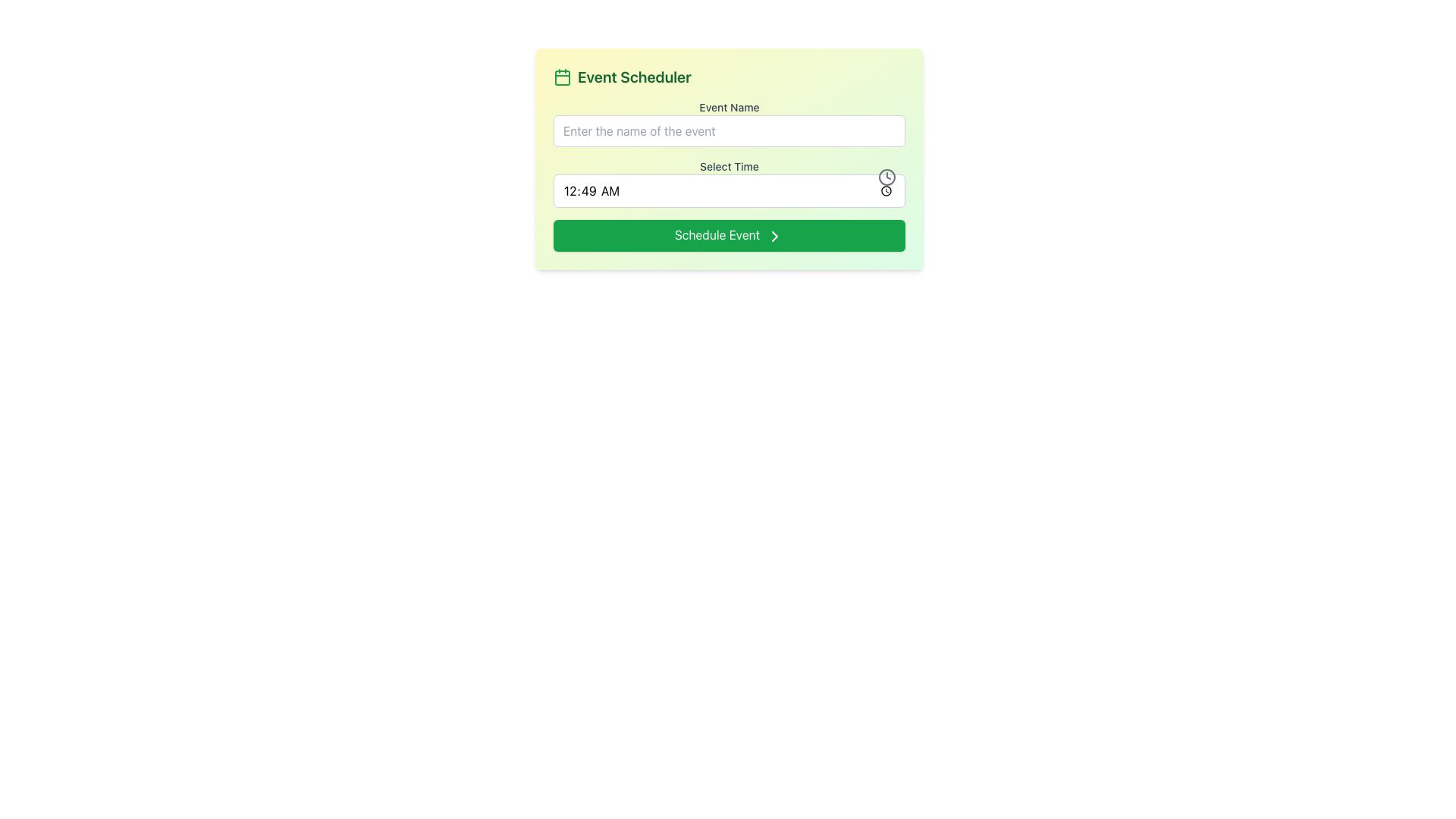 The width and height of the screenshot is (1456, 819). What do you see at coordinates (775, 236) in the screenshot?
I see `the chevron icon on the 'Schedule Event' button to initiate the scheduling action` at bounding box center [775, 236].